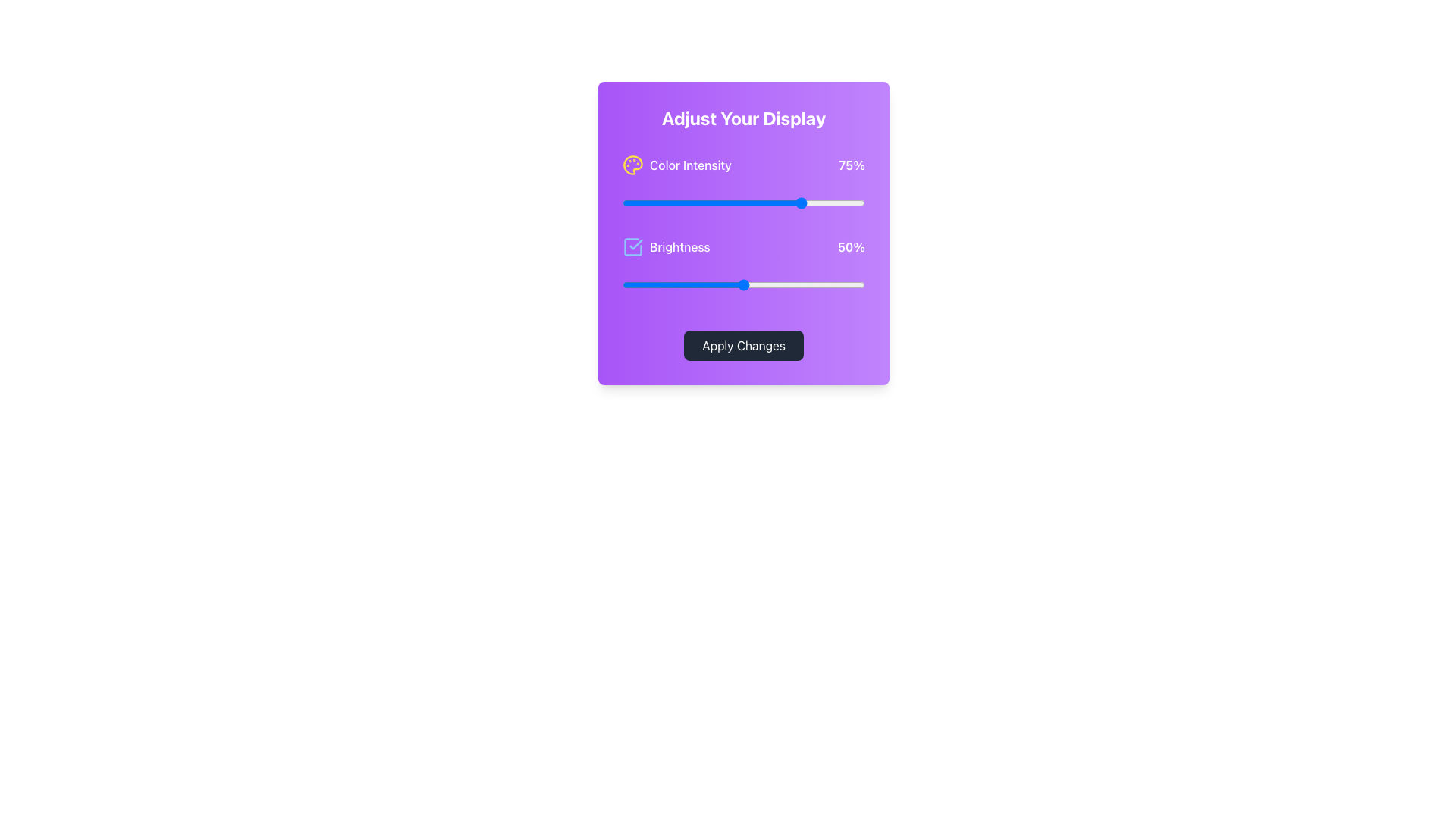 This screenshot has height=819, width=1456. What do you see at coordinates (852, 165) in the screenshot?
I see `the text display showing '75%' in a white, bold font style on a purple background, which is positioned adjacent to the 'Color Intensity' label and icon` at bounding box center [852, 165].